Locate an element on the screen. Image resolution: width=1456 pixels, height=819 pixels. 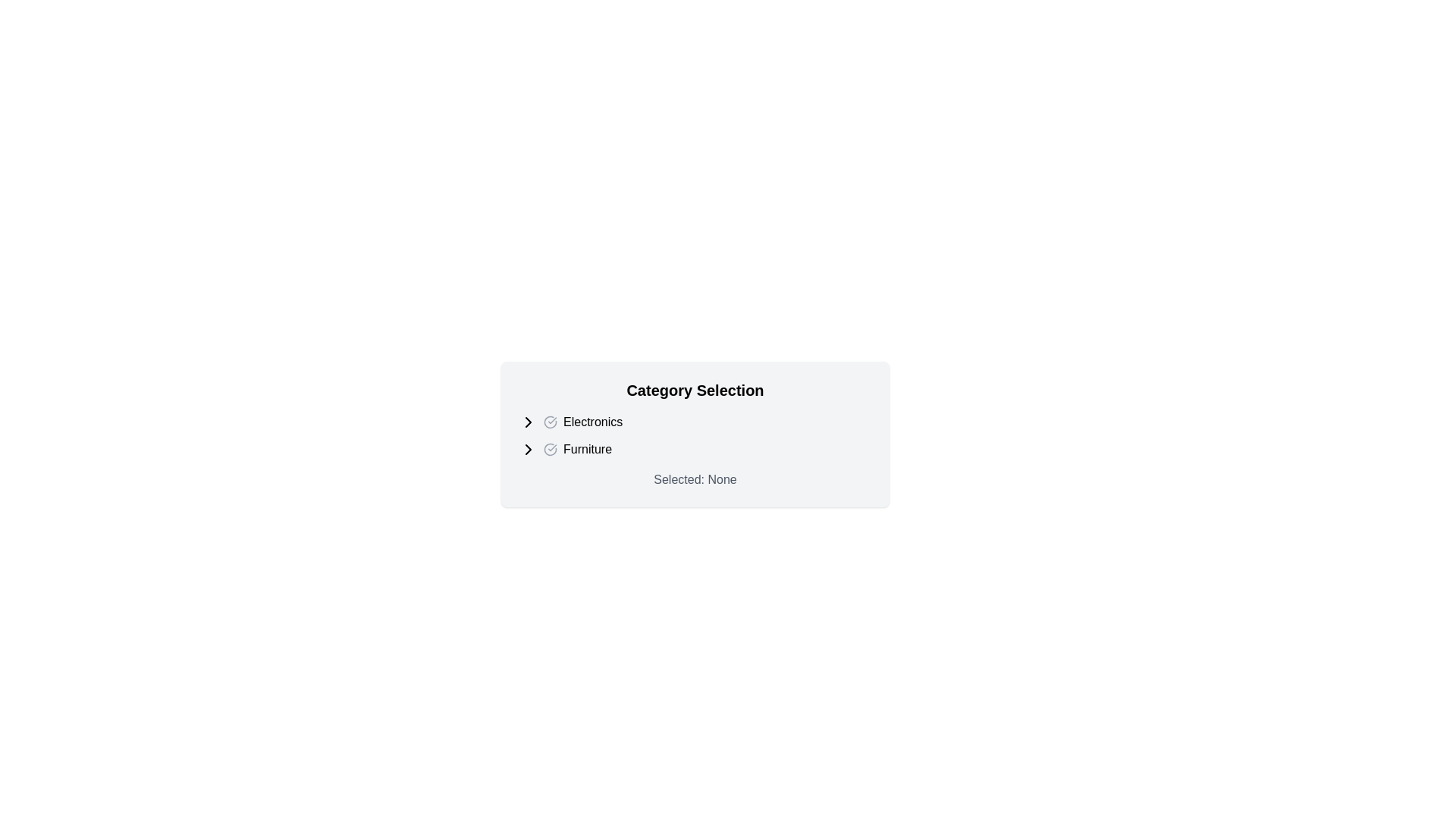
the right-pointing arrow icon with a black border, located to the left of the 'Furniture' label is located at coordinates (528, 449).